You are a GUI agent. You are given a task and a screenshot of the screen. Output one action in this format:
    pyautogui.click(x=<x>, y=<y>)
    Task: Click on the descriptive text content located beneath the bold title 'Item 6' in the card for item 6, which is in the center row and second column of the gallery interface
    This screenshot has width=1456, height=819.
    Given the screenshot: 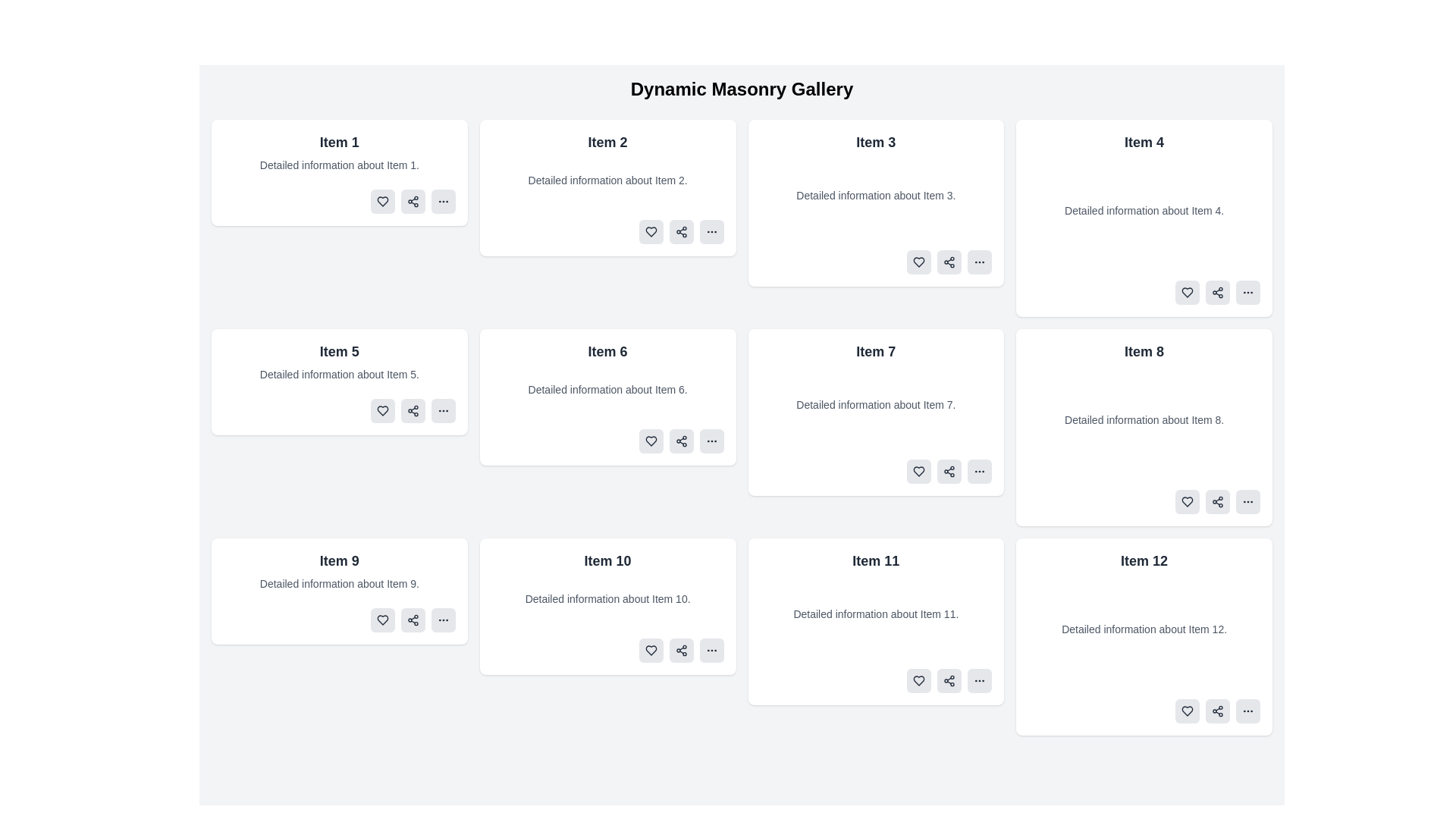 What is the action you would take?
    pyautogui.click(x=607, y=388)
    